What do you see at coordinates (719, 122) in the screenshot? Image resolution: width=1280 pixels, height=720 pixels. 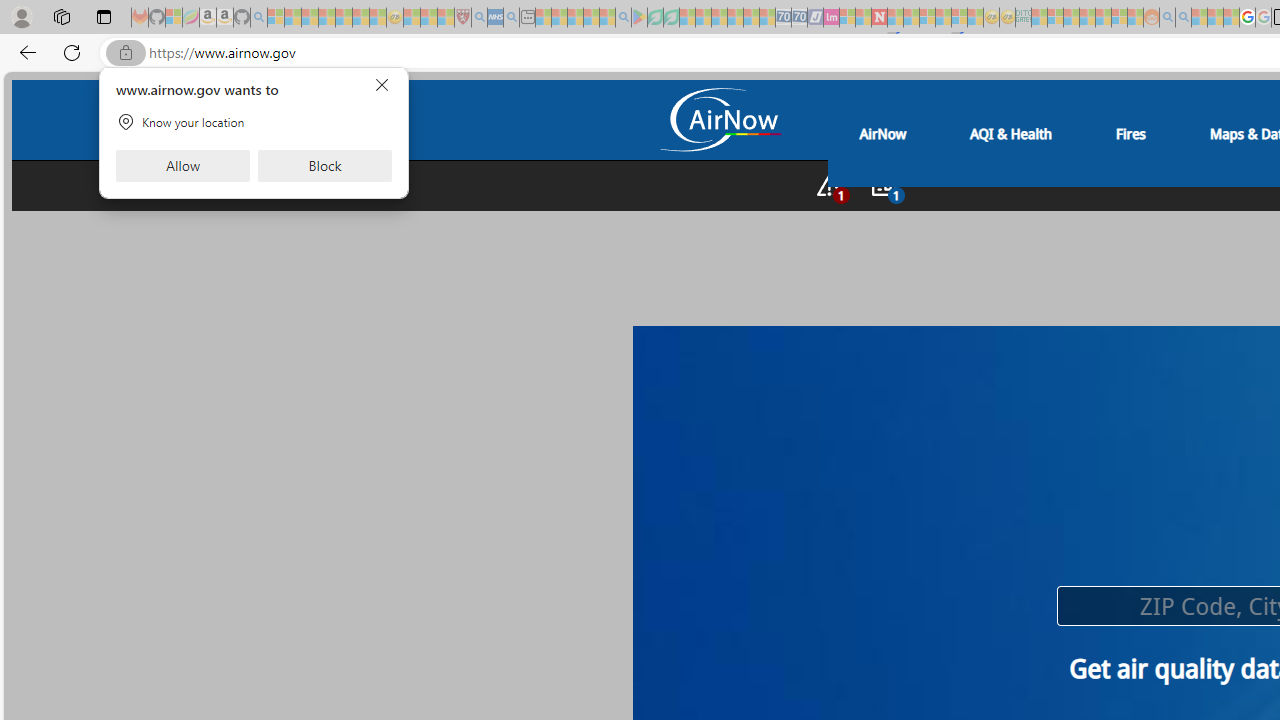 I see `'Air Now Logo'` at bounding box center [719, 122].